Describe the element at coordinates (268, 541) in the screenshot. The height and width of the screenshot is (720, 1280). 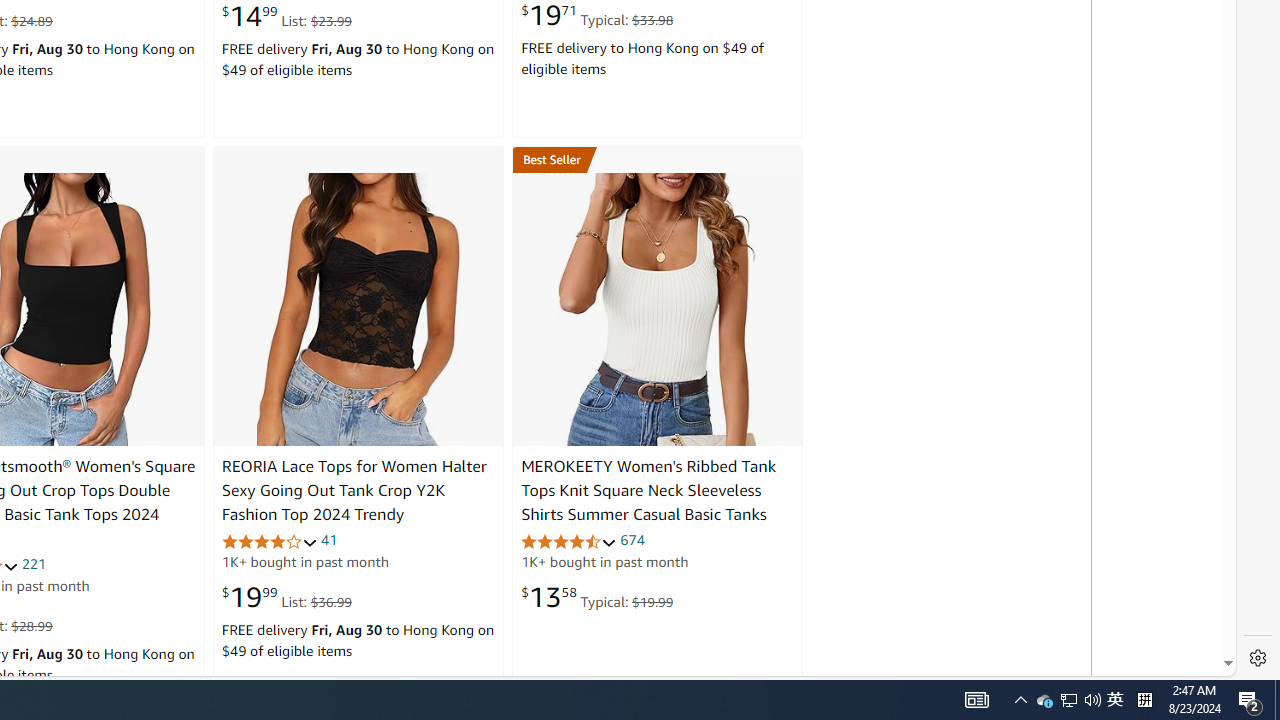
I see `'4.0 out of 5 stars'` at that location.